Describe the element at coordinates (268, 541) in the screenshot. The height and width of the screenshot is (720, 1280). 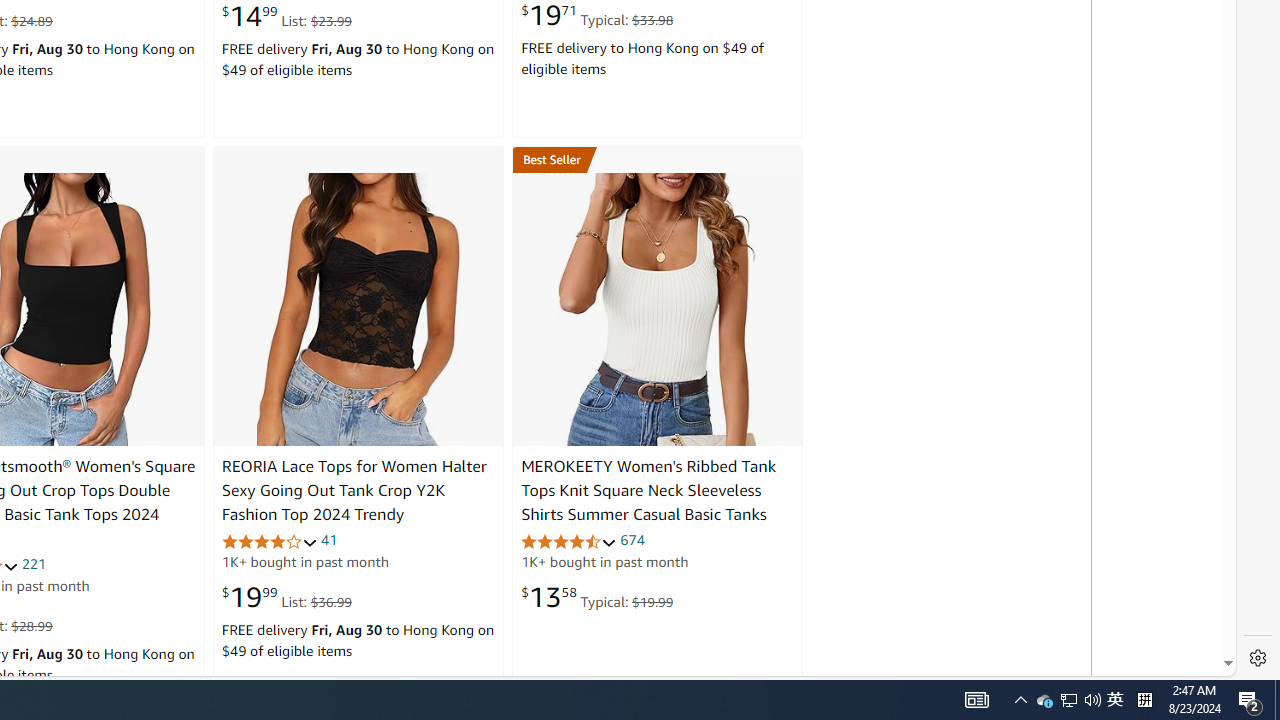
I see `'4.0 out of 5 stars'` at that location.